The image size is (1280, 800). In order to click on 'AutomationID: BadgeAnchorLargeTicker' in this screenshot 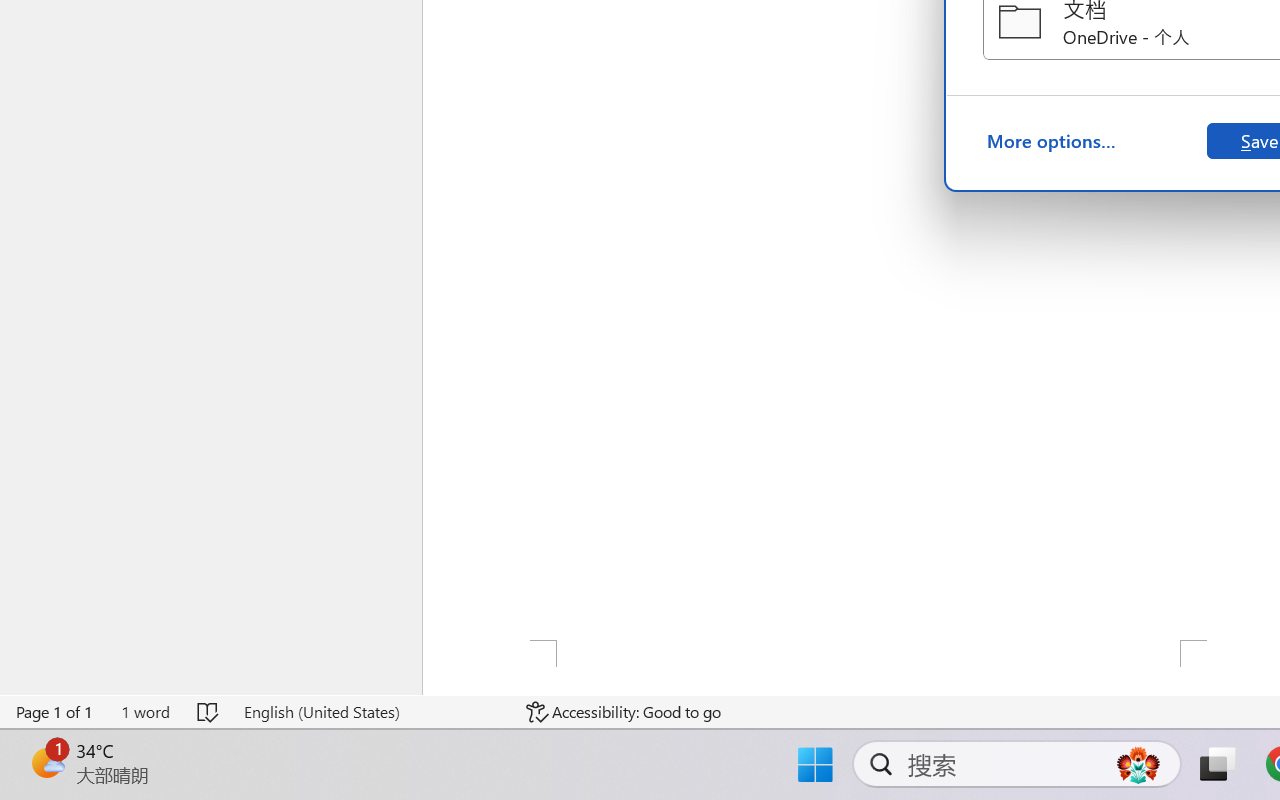, I will do `click(46, 762)`.